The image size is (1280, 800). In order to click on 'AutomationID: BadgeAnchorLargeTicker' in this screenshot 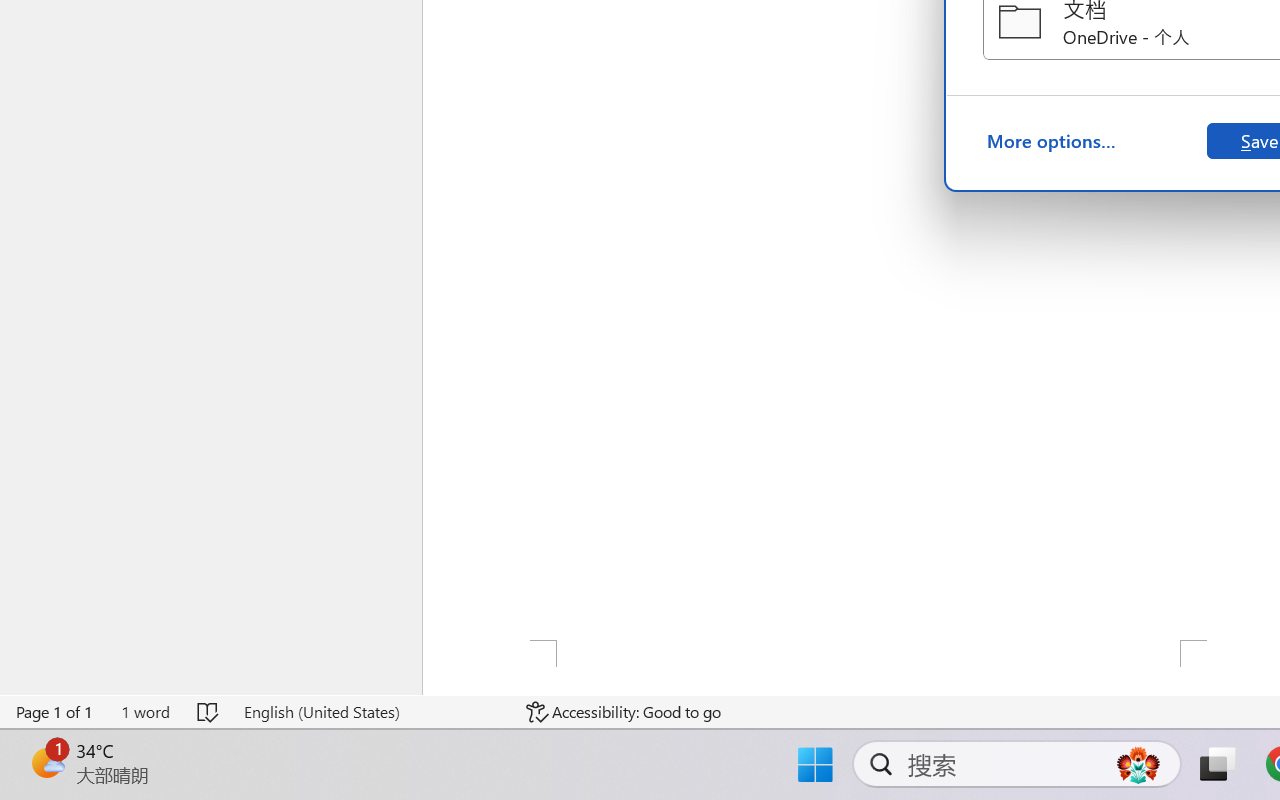, I will do `click(46, 762)`.